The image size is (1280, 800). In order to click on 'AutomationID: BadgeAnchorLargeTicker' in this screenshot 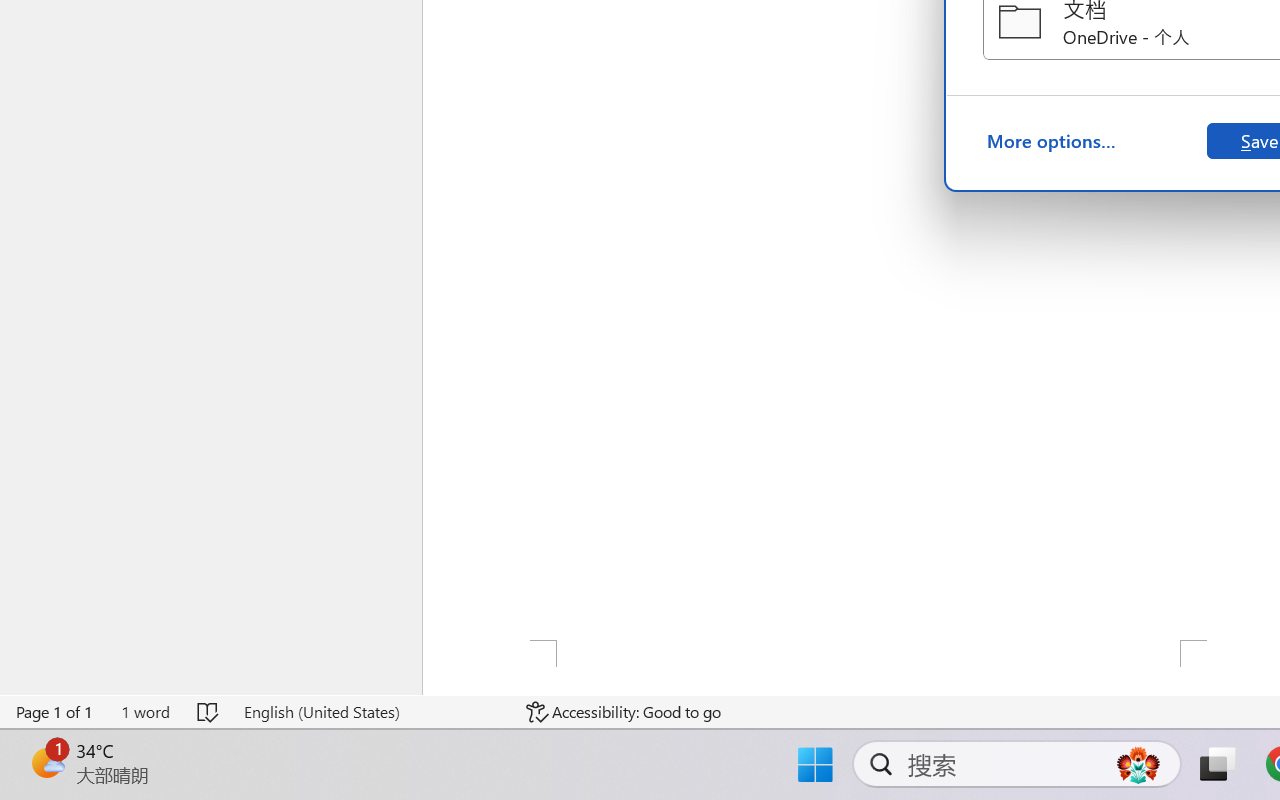, I will do `click(46, 762)`.